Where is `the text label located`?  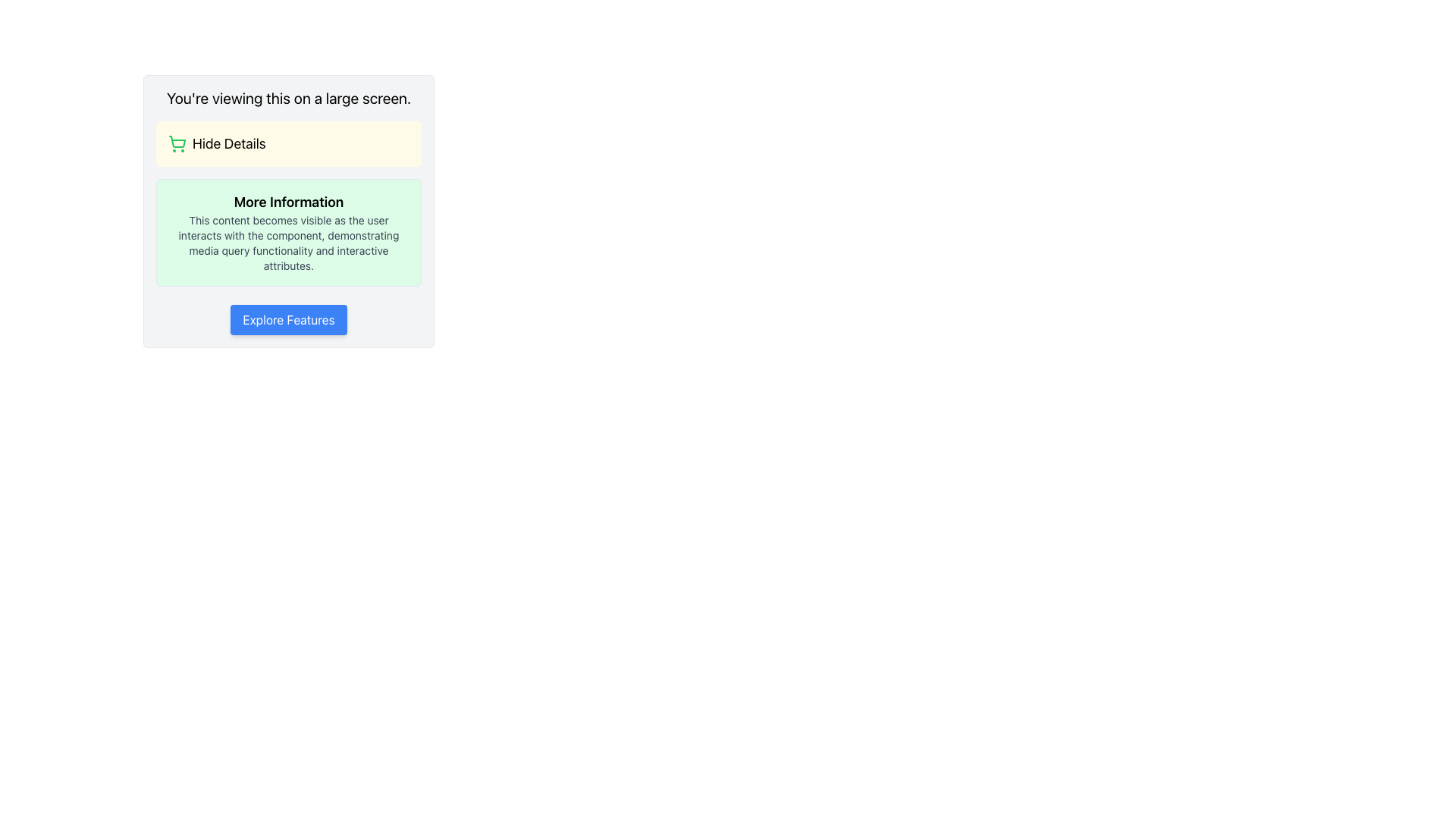 the text label located is located at coordinates (228, 143).